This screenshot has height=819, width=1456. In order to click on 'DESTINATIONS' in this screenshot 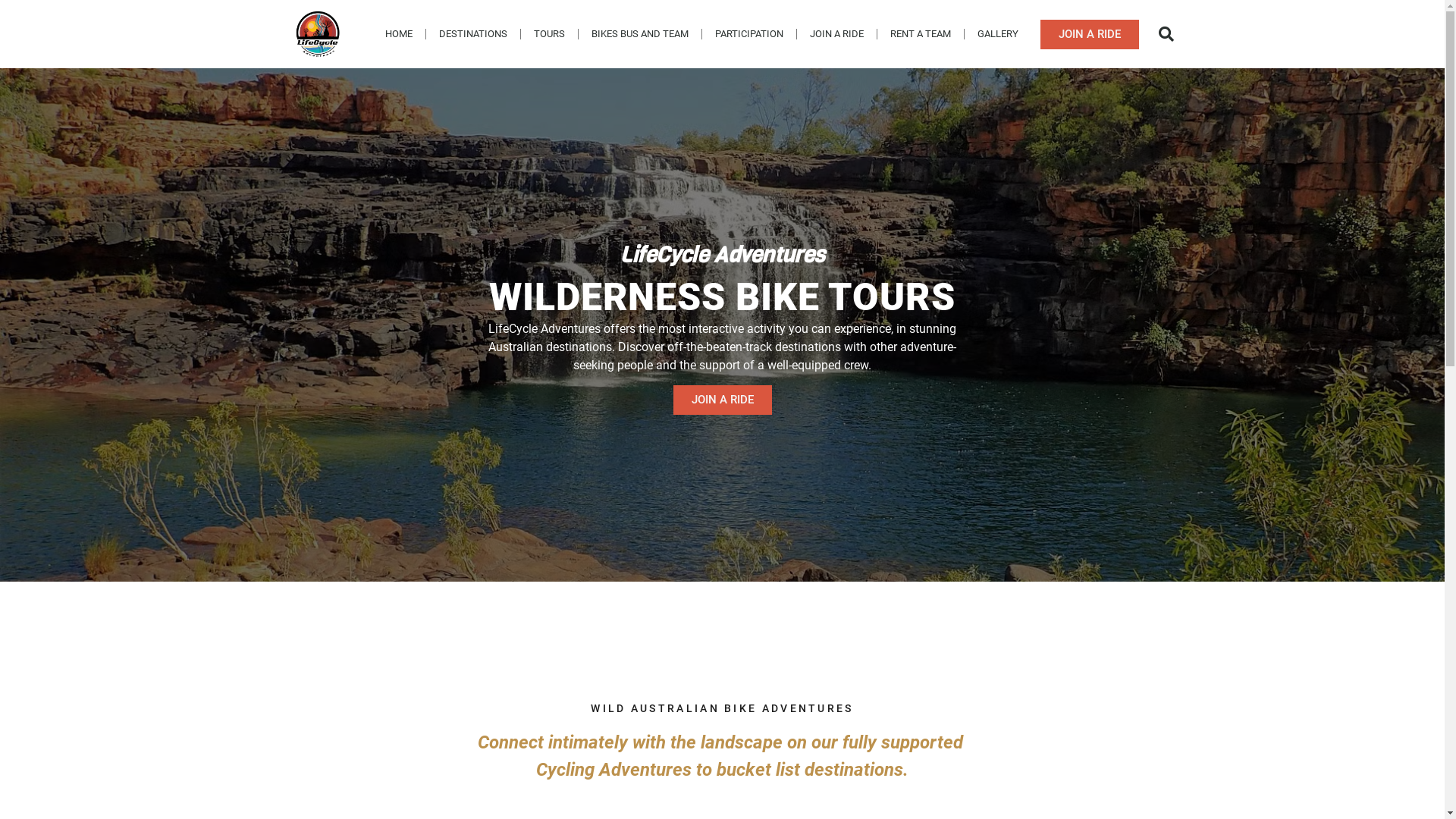, I will do `click(472, 34)`.